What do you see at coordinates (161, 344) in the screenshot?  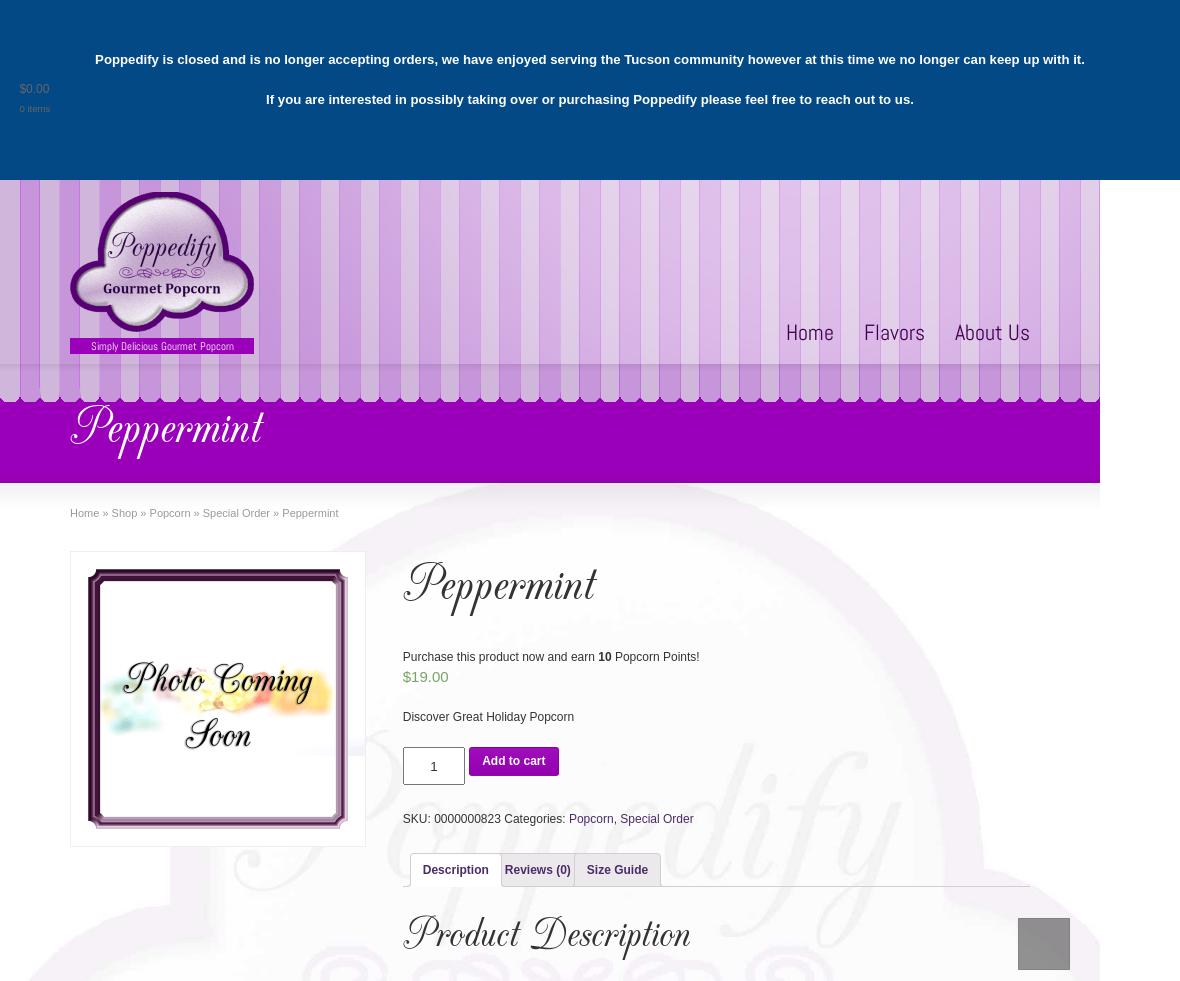 I see `'Simply Delicious Gourmet Popcorn'` at bounding box center [161, 344].